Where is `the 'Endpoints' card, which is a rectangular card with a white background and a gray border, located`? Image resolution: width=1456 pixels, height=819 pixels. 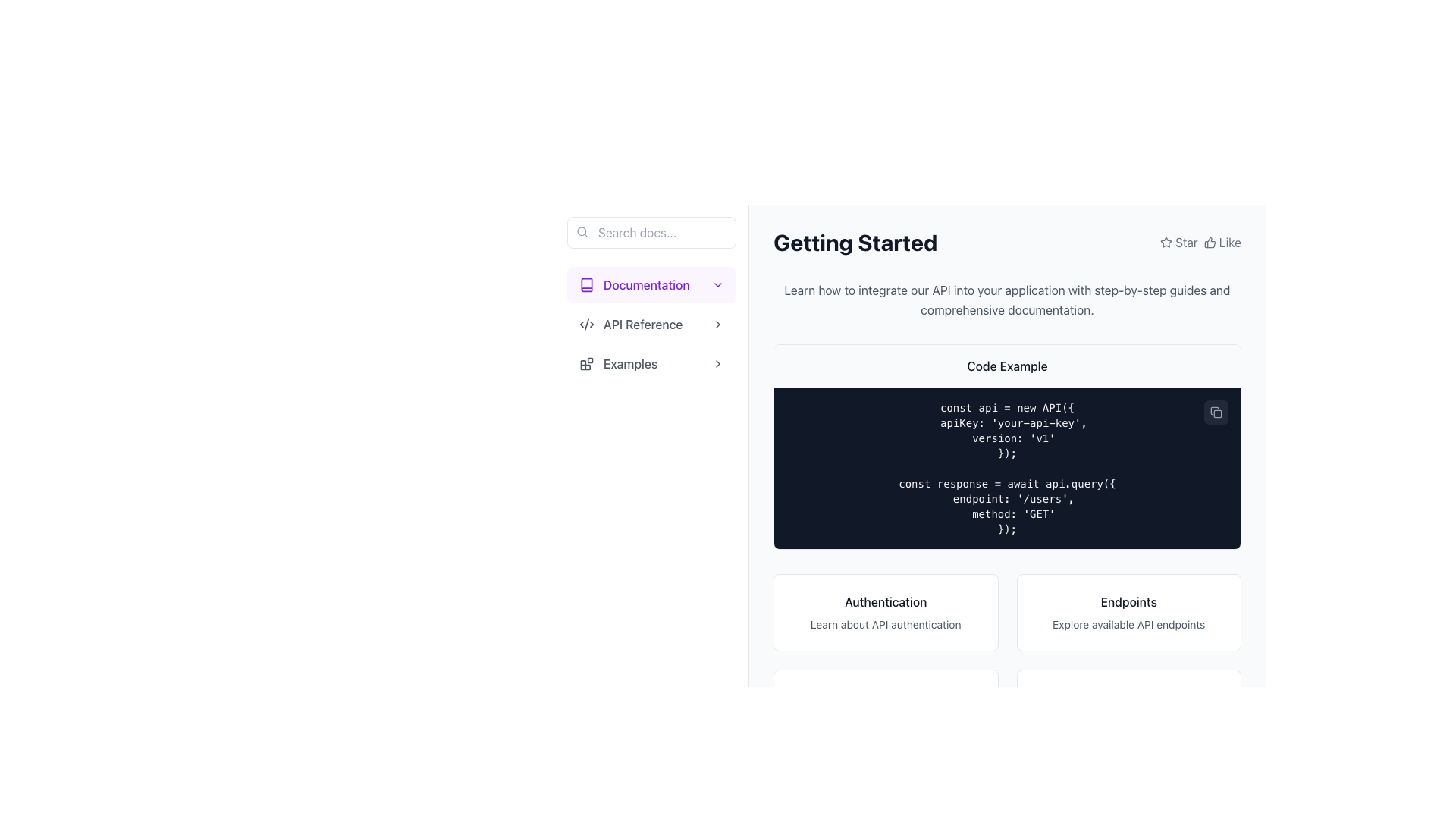
the 'Endpoints' card, which is a rectangular card with a white background and a gray border, located is located at coordinates (1128, 611).